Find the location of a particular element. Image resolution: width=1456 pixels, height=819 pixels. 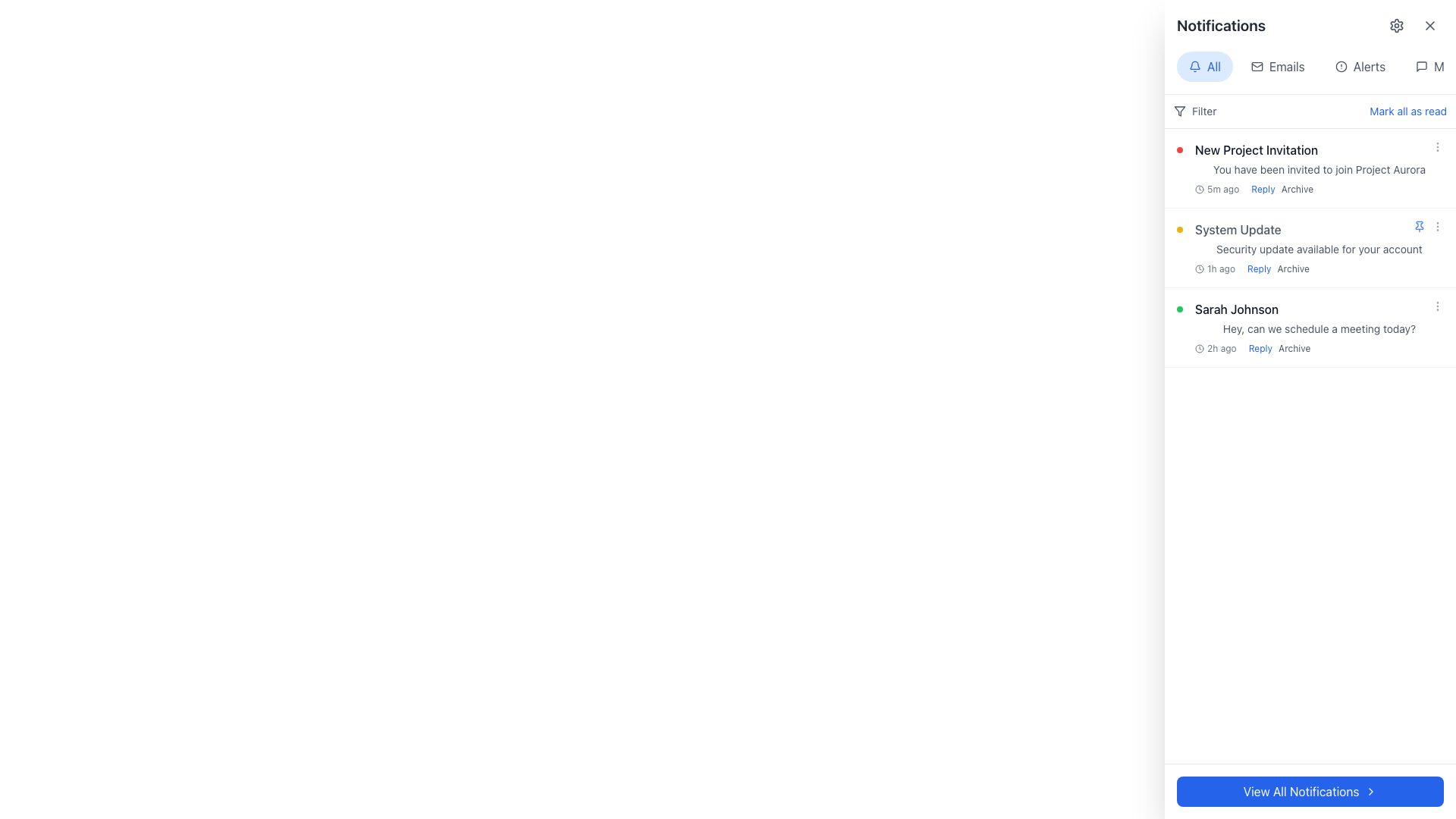

informative text label located in the 'New Project Invitation' section, positioned directly below the heading text is located at coordinates (1318, 169).